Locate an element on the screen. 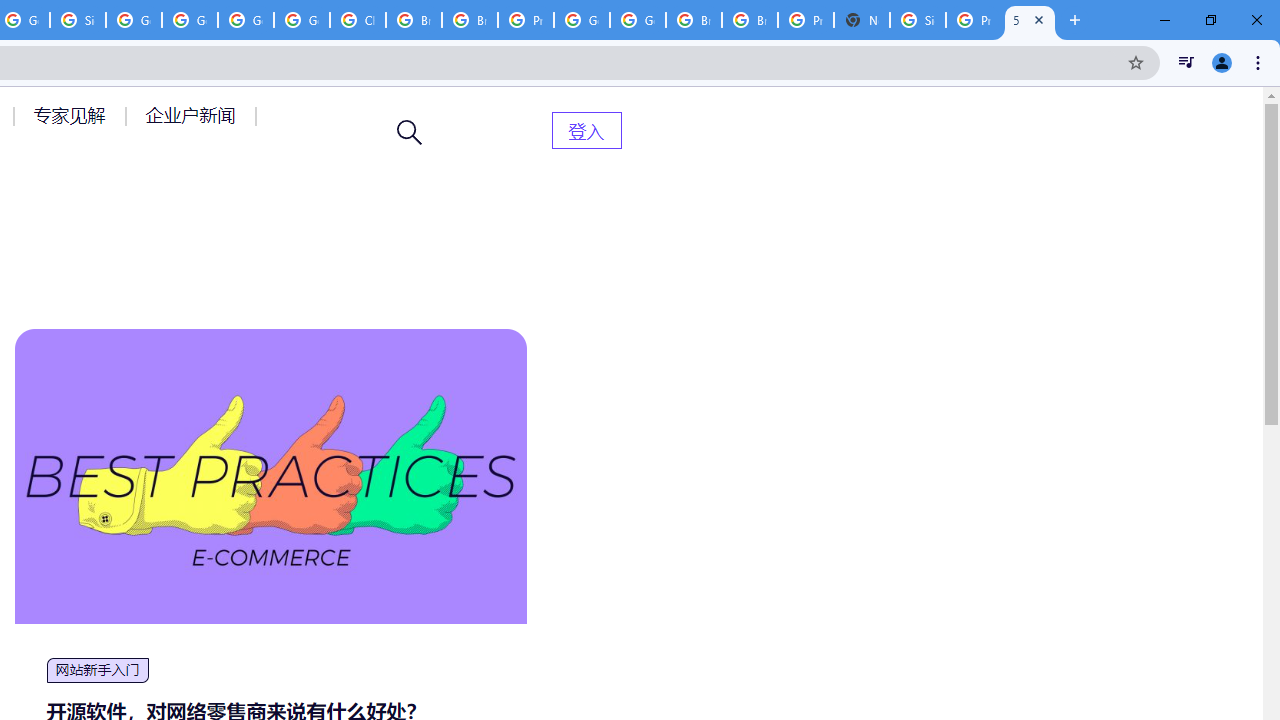 Image resolution: width=1280 pixels, height=720 pixels. 'New Tab' is located at coordinates (862, 20).